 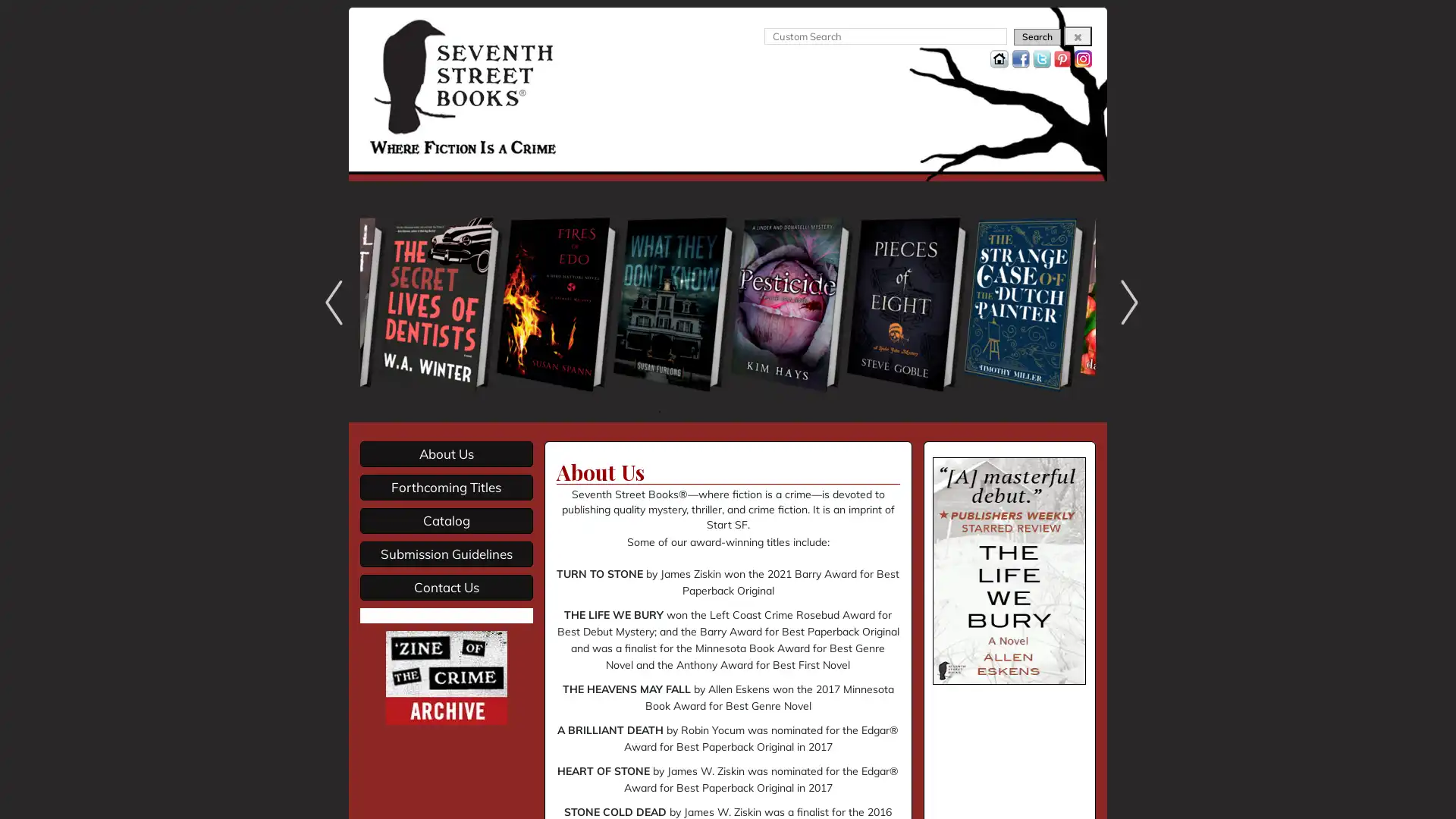 I want to click on Search, so click(x=1037, y=36).